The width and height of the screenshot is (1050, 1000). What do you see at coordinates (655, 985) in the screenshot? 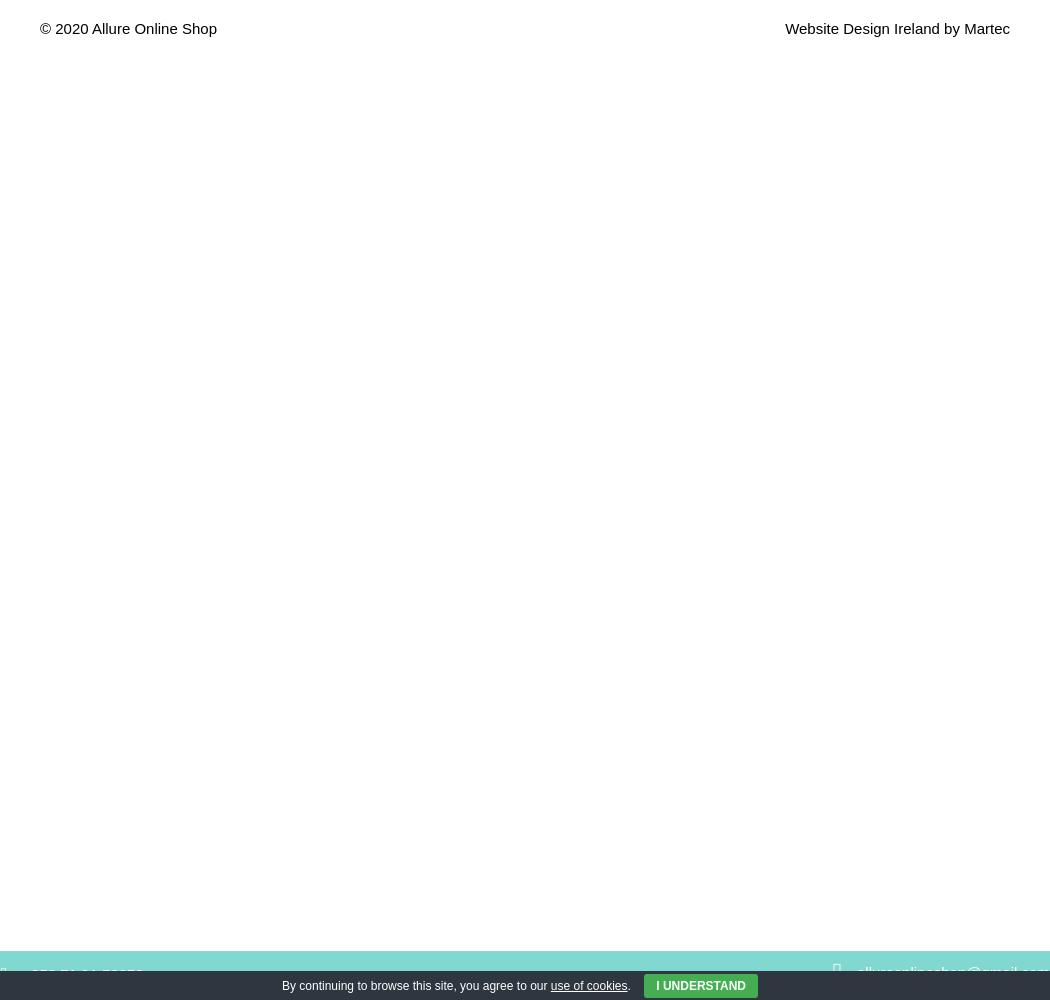
I see `'I Understand'` at bounding box center [655, 985].